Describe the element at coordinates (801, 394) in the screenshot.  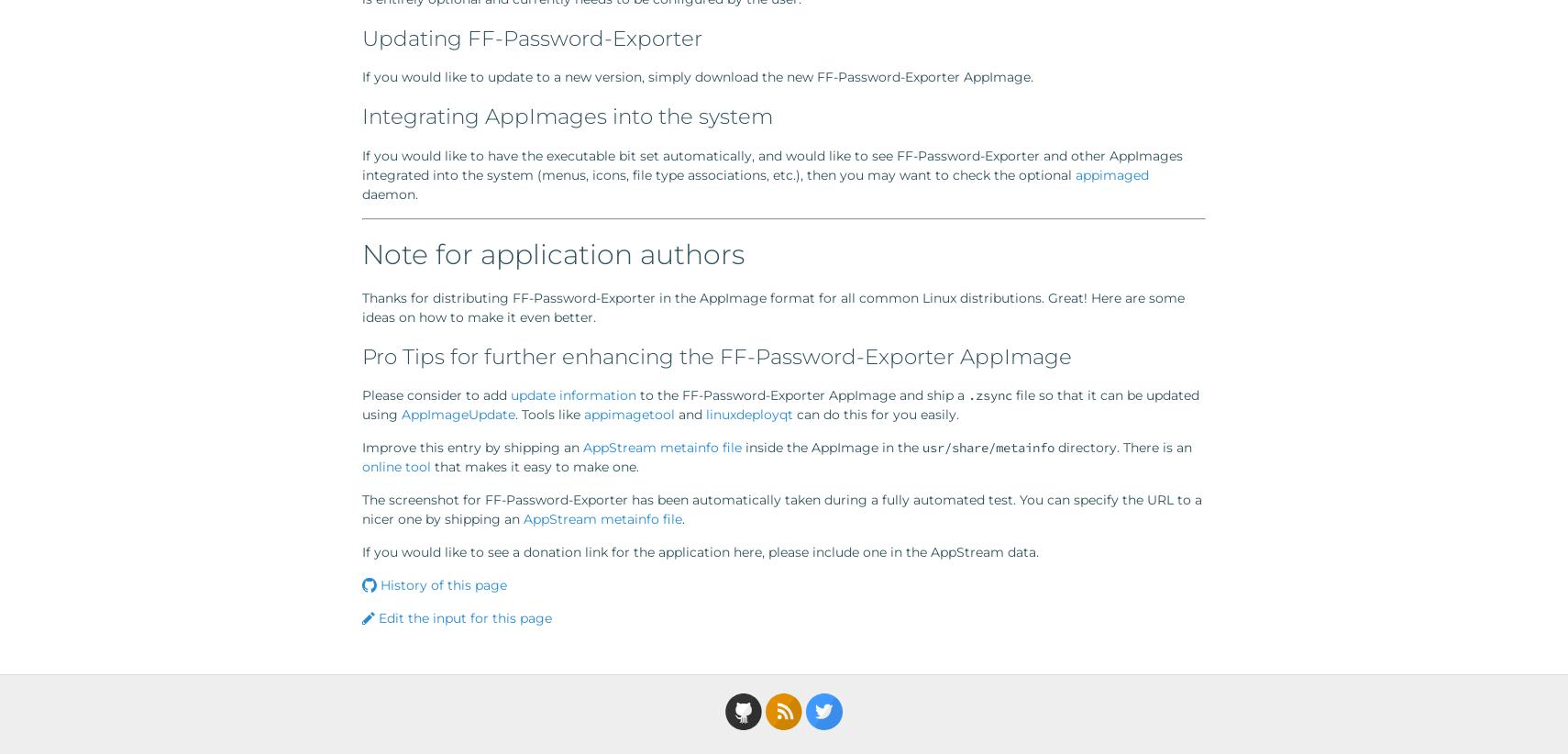
I see `'to the FF-Password-Exporter AppImage and ship a'` at that location.